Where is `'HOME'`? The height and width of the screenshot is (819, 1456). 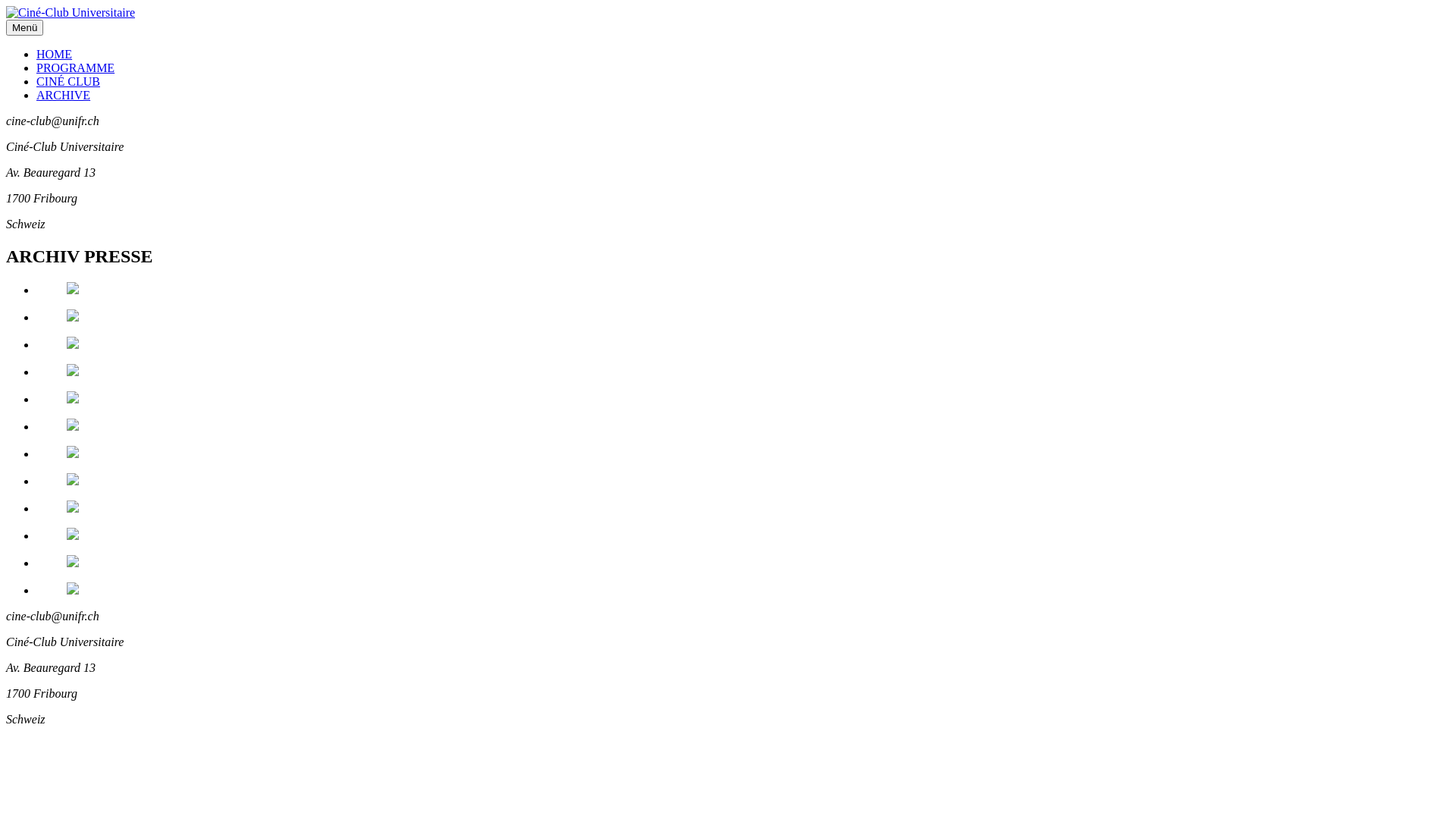
'HOME' is located at coordinates (54, 53).